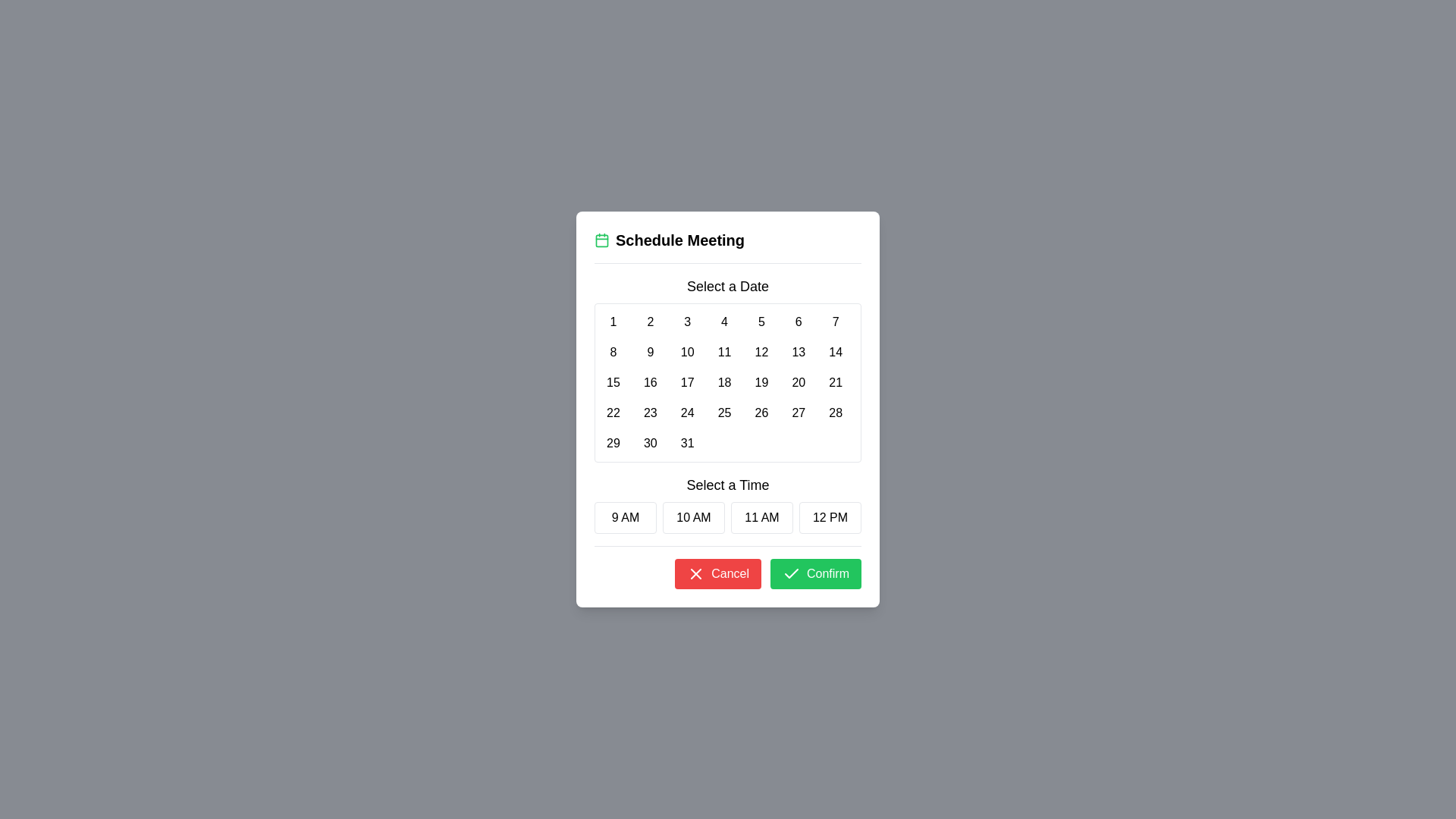 The width and height of the screenshot is (1456, 819). I want to click on the Button representing the 14th calendar date, so click(835, 353).